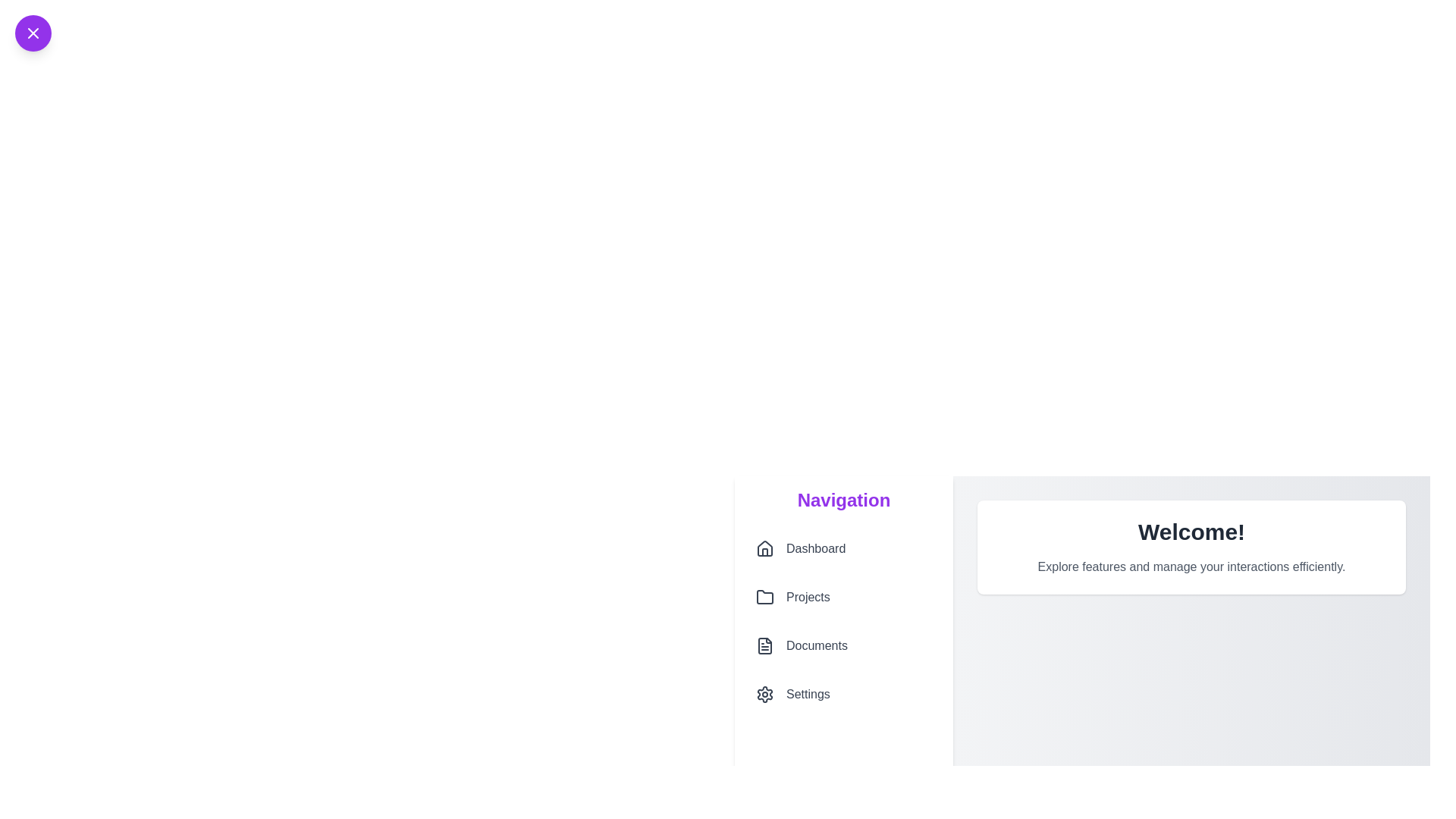 This screenshot has width=1456, height=819. I want to click on the navigation menu item Documents, so click(843, 646).